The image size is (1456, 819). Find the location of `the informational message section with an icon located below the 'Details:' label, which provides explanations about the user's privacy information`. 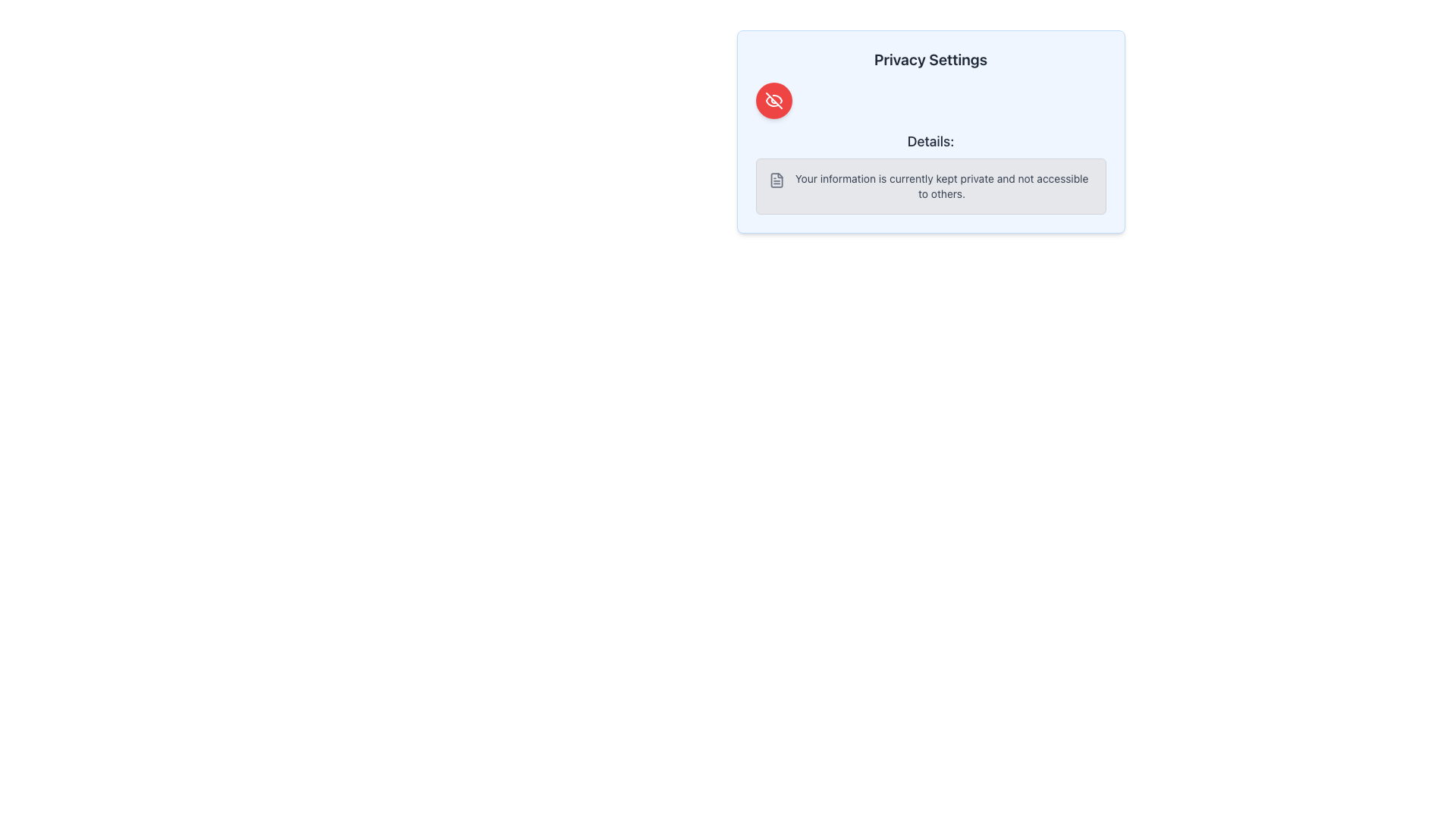

the informational message section with an icon located below the 'Details:' label, which provides explanations about the user's privacy information is located at coordinates (930, 186).